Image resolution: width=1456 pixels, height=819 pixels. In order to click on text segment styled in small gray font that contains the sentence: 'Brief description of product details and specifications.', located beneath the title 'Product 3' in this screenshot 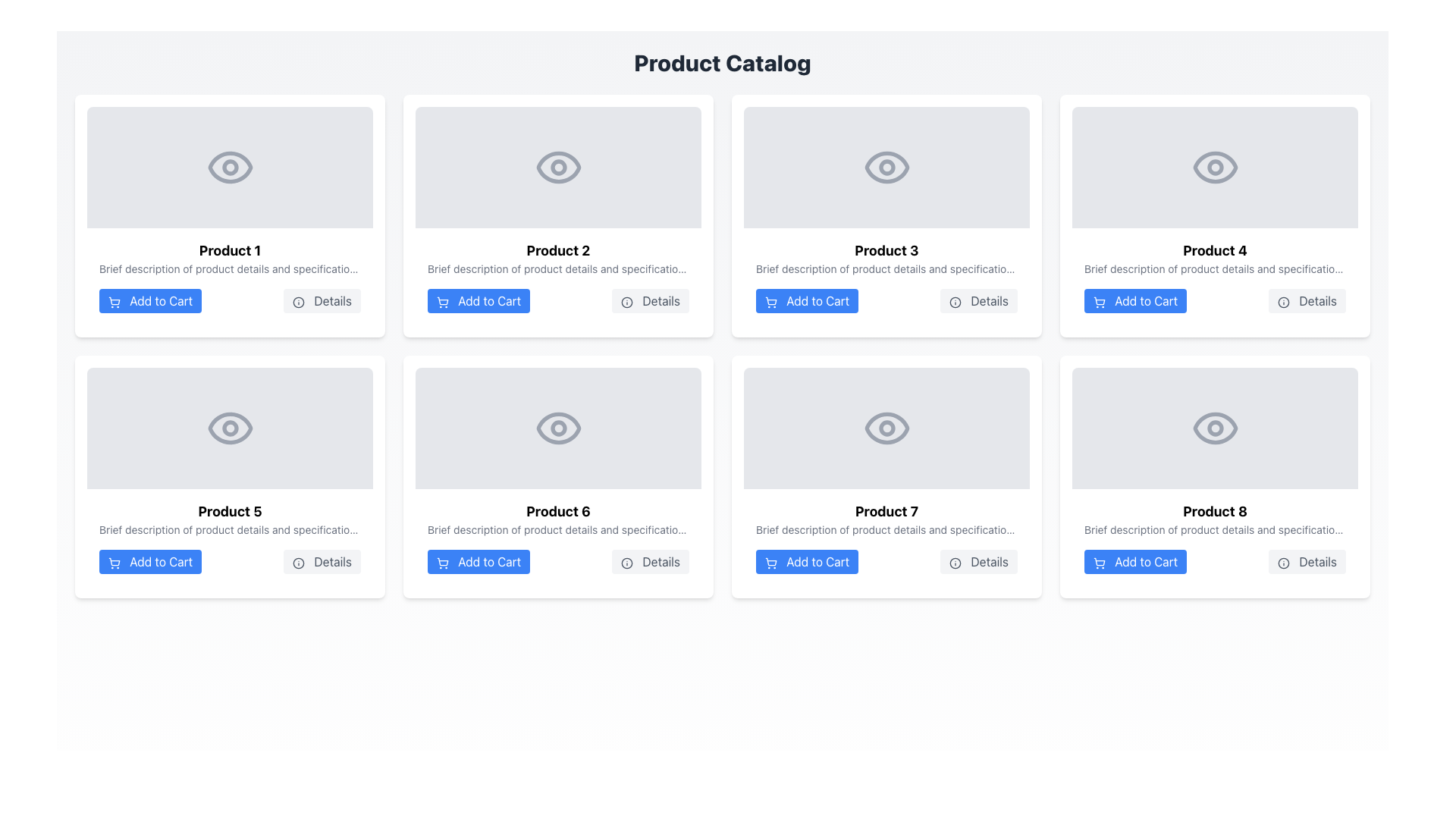, I will do `click(886, 268)`.